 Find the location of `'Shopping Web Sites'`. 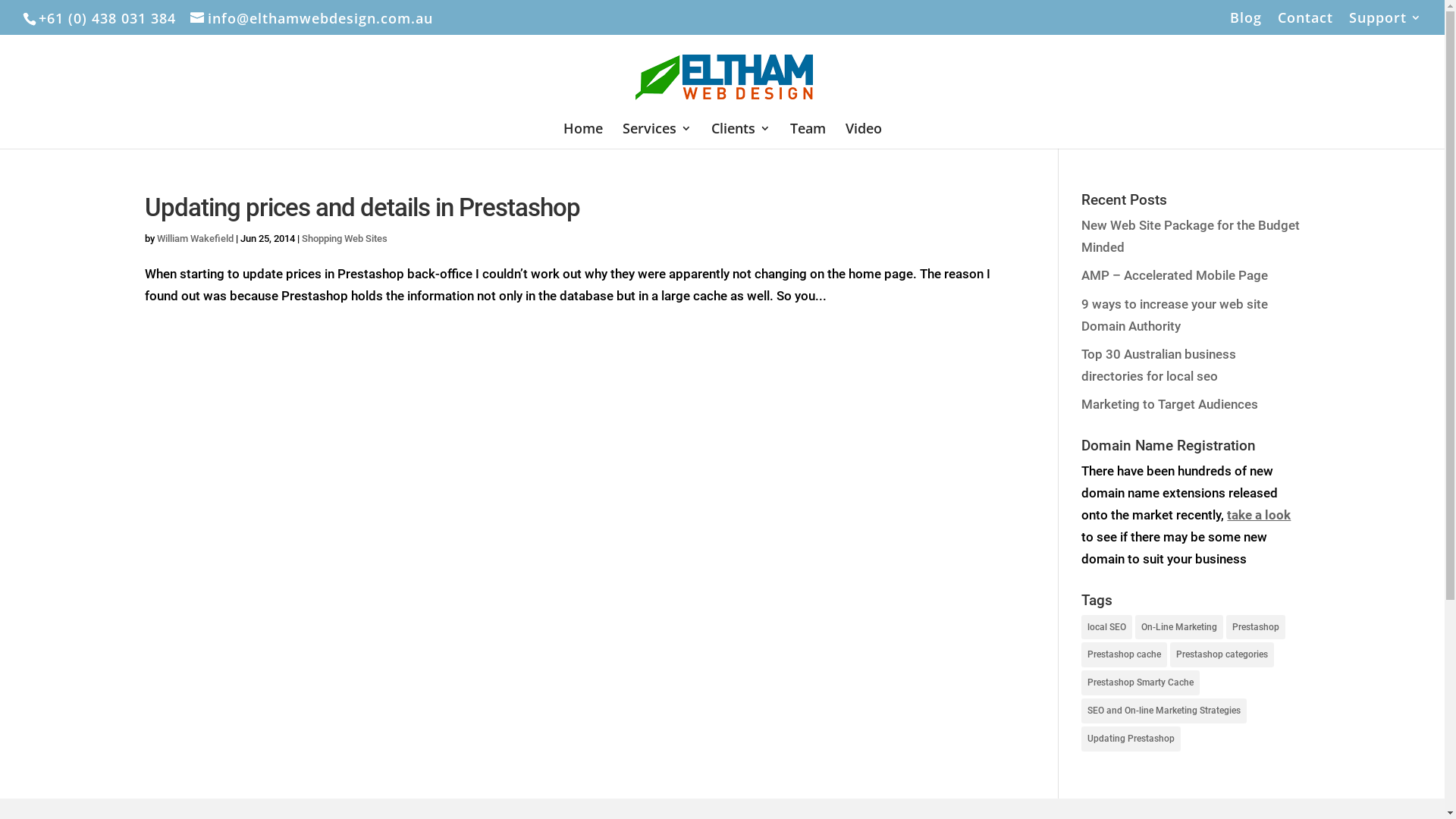

'Shopping Web Sites' is located at coordinates (344, 238).